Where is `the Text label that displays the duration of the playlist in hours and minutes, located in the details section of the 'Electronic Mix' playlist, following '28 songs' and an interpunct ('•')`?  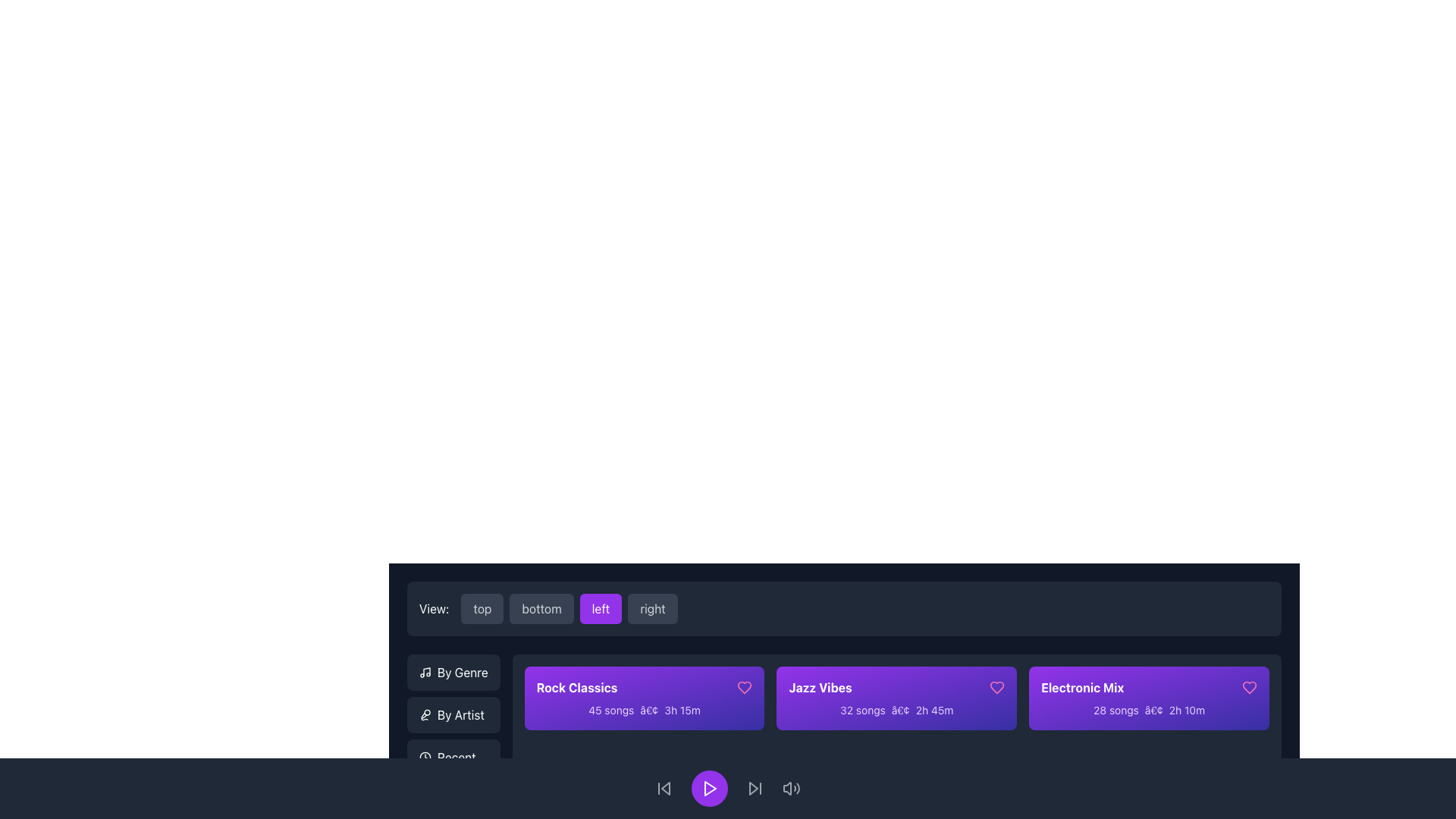 the Text label that displays the duration of the playlist in hours and minutes, located in the details section of the 'Electronic Mix' playlist, following '28 songs' and an interpunct ('•') is located at coordinates (1186, 710).